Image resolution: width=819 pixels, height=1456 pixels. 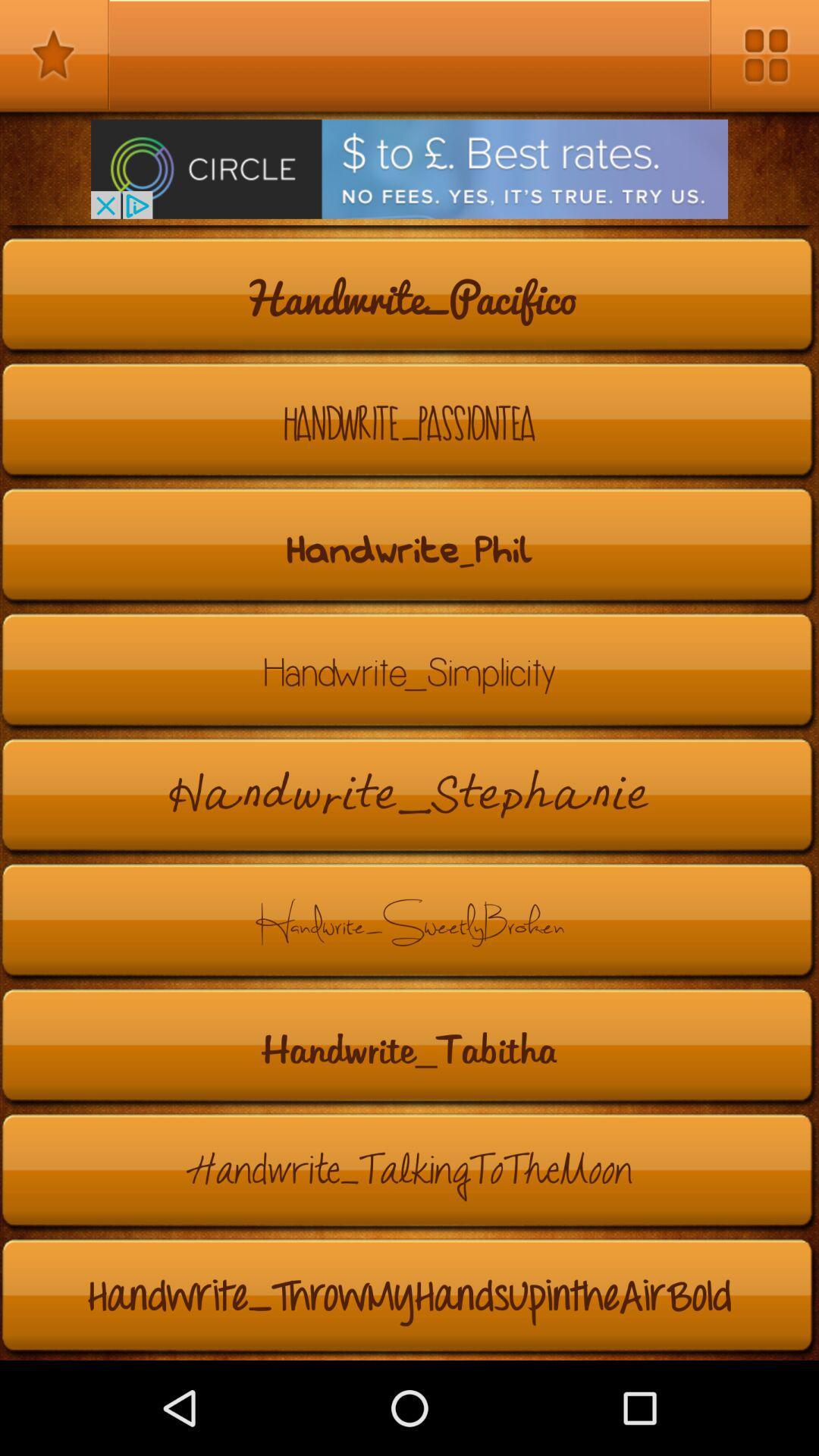 I want to click on favorites, so click(x=54, y=55).